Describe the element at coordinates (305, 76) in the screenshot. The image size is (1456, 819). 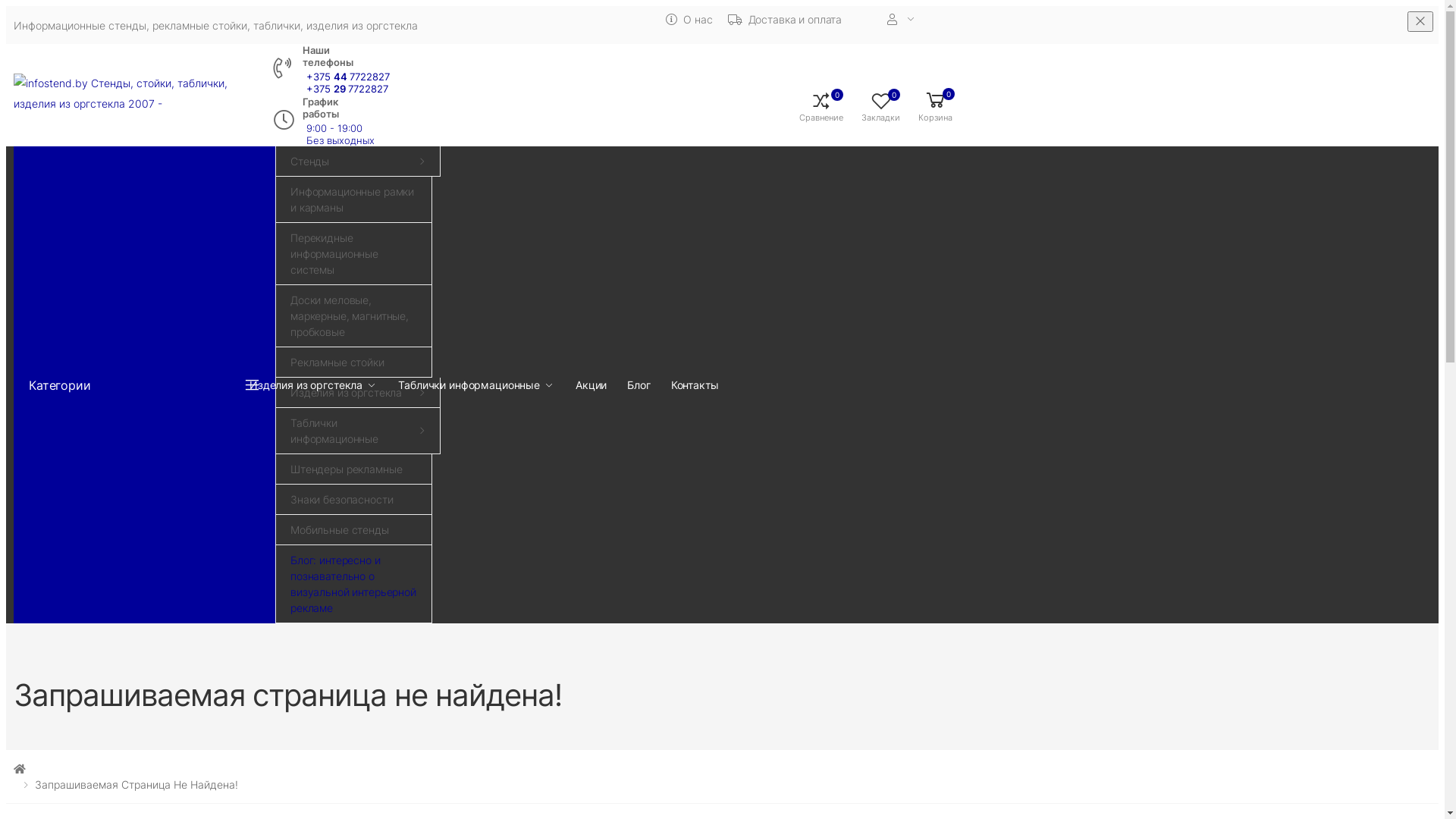
I see `'+375 44 7722827'` at that location.